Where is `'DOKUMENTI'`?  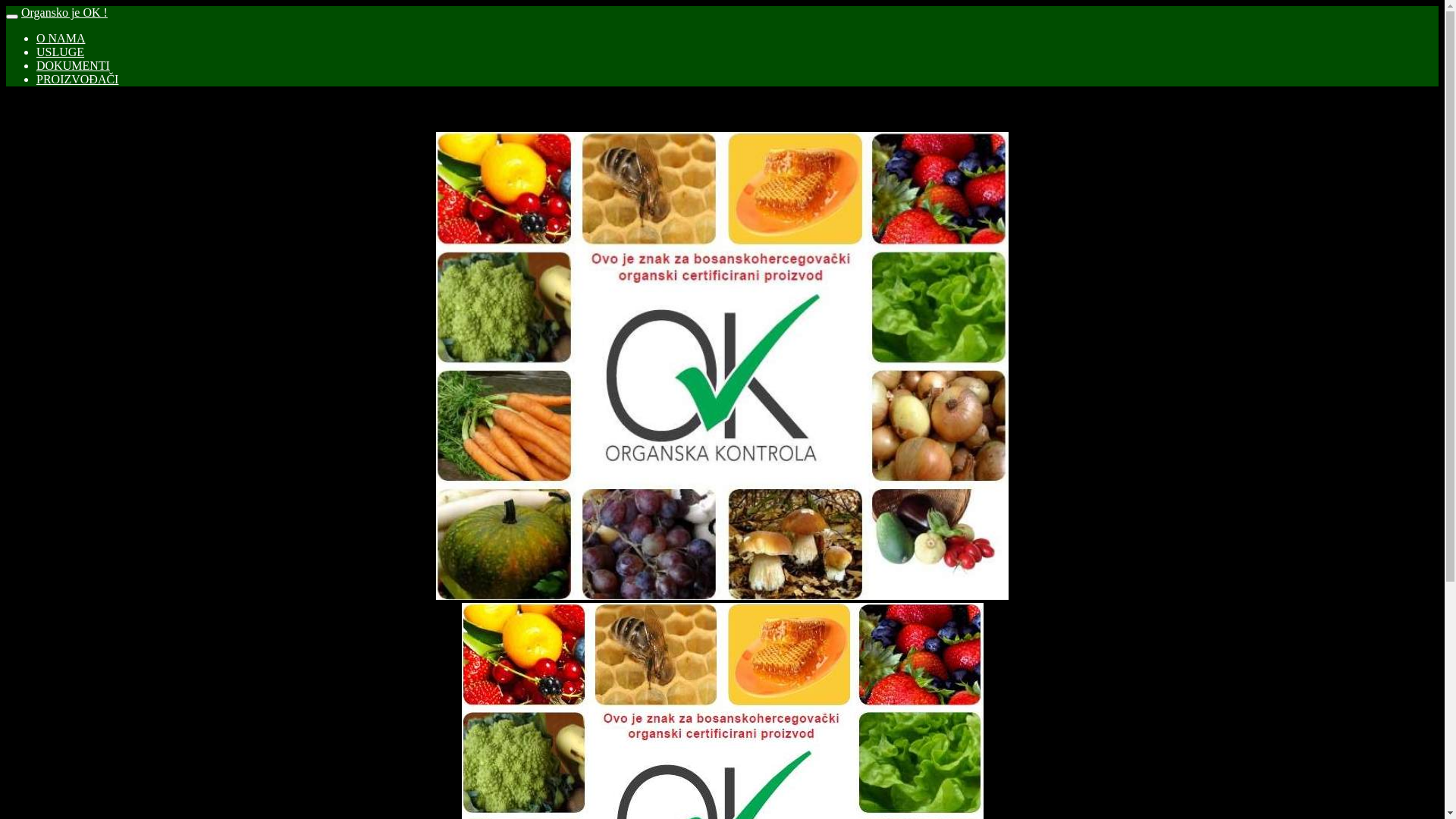
'DOKUMENTI' is located at coordinates (72, 64).